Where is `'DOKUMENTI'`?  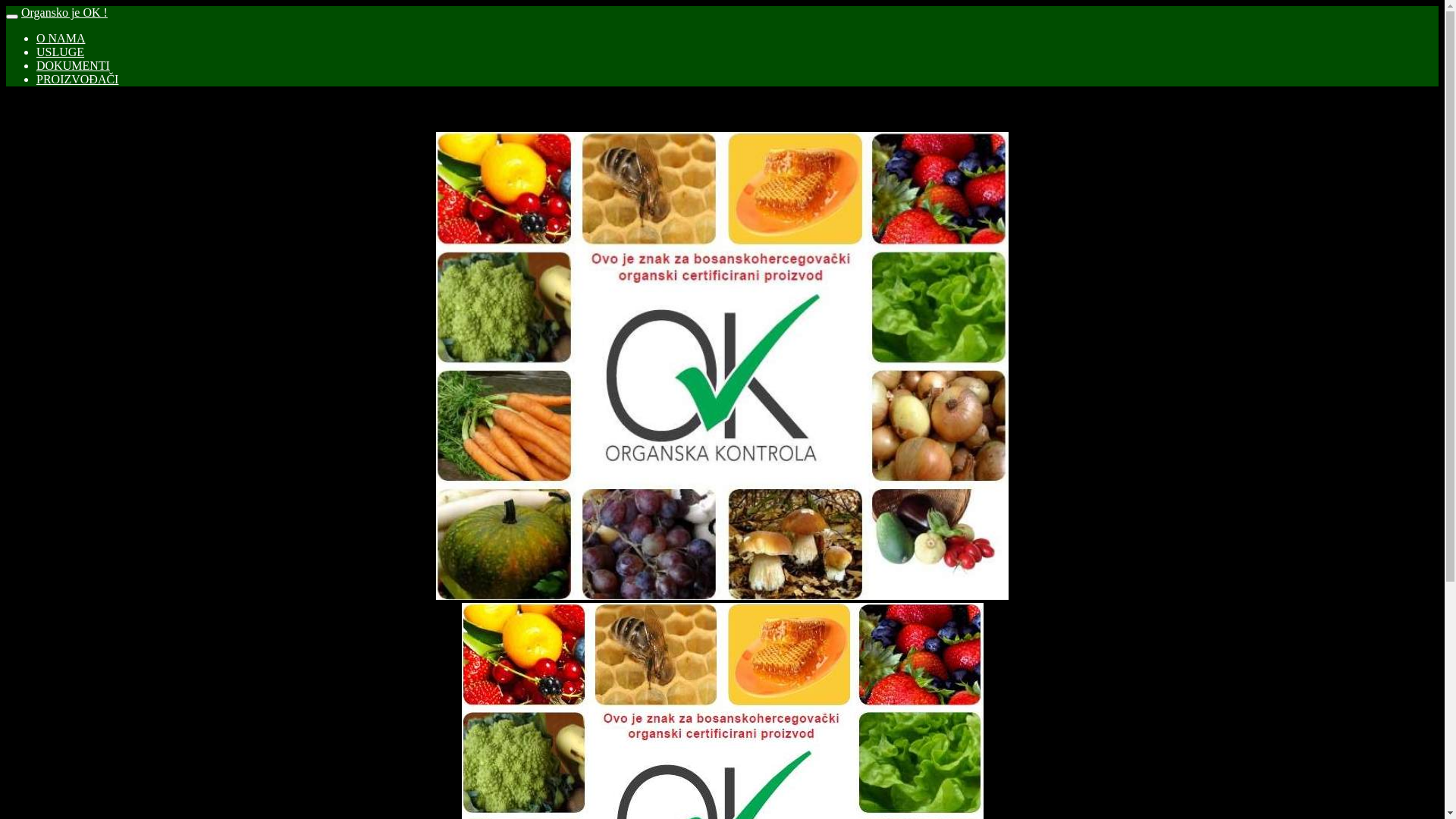
'DOKUMENTI' is located at coordinates (72, 64).